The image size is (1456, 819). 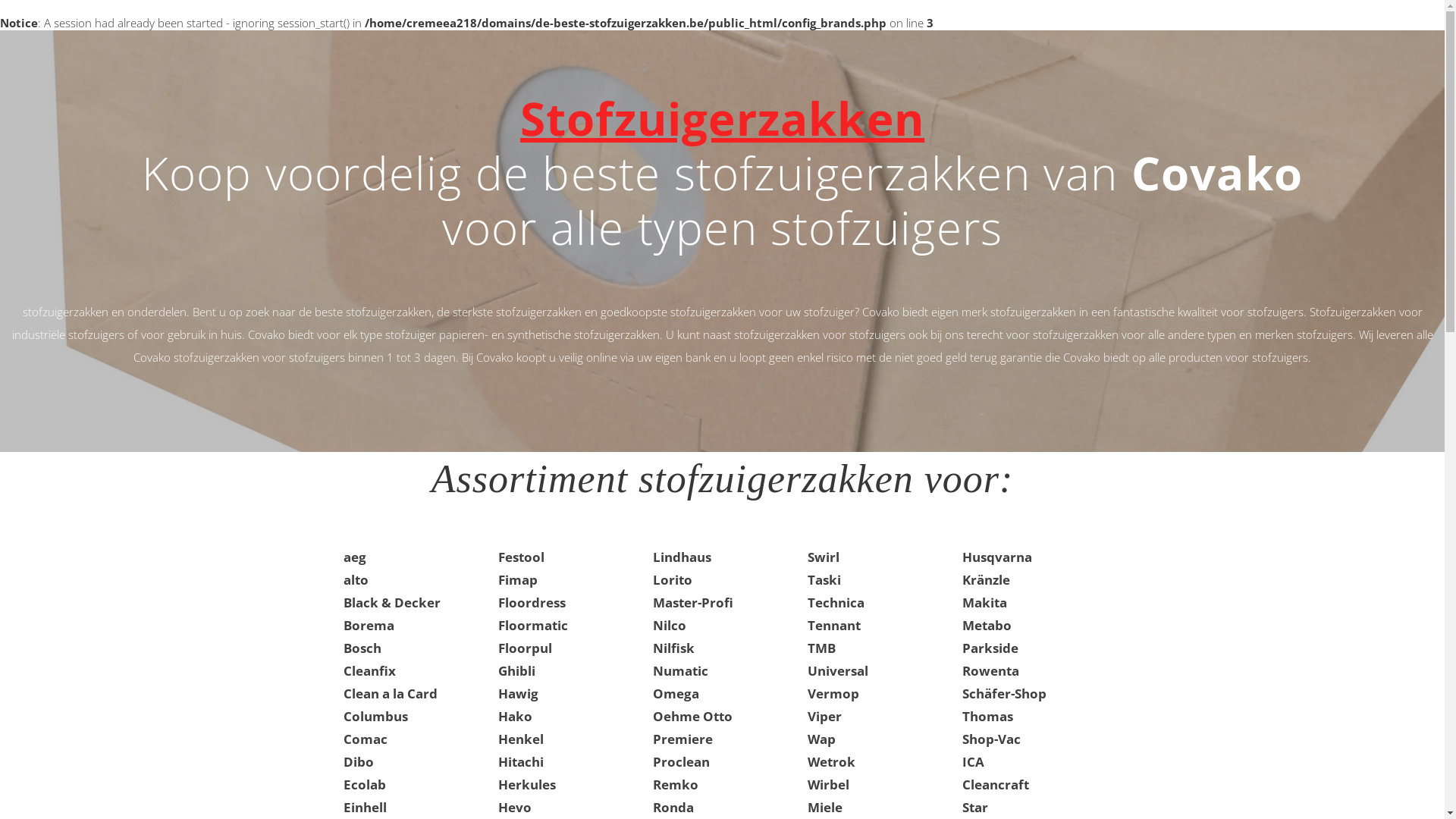 What do you see at coordinates (681, 738) in the screenshot?
I see `'Premiere'` at bounding box center [681, 738].